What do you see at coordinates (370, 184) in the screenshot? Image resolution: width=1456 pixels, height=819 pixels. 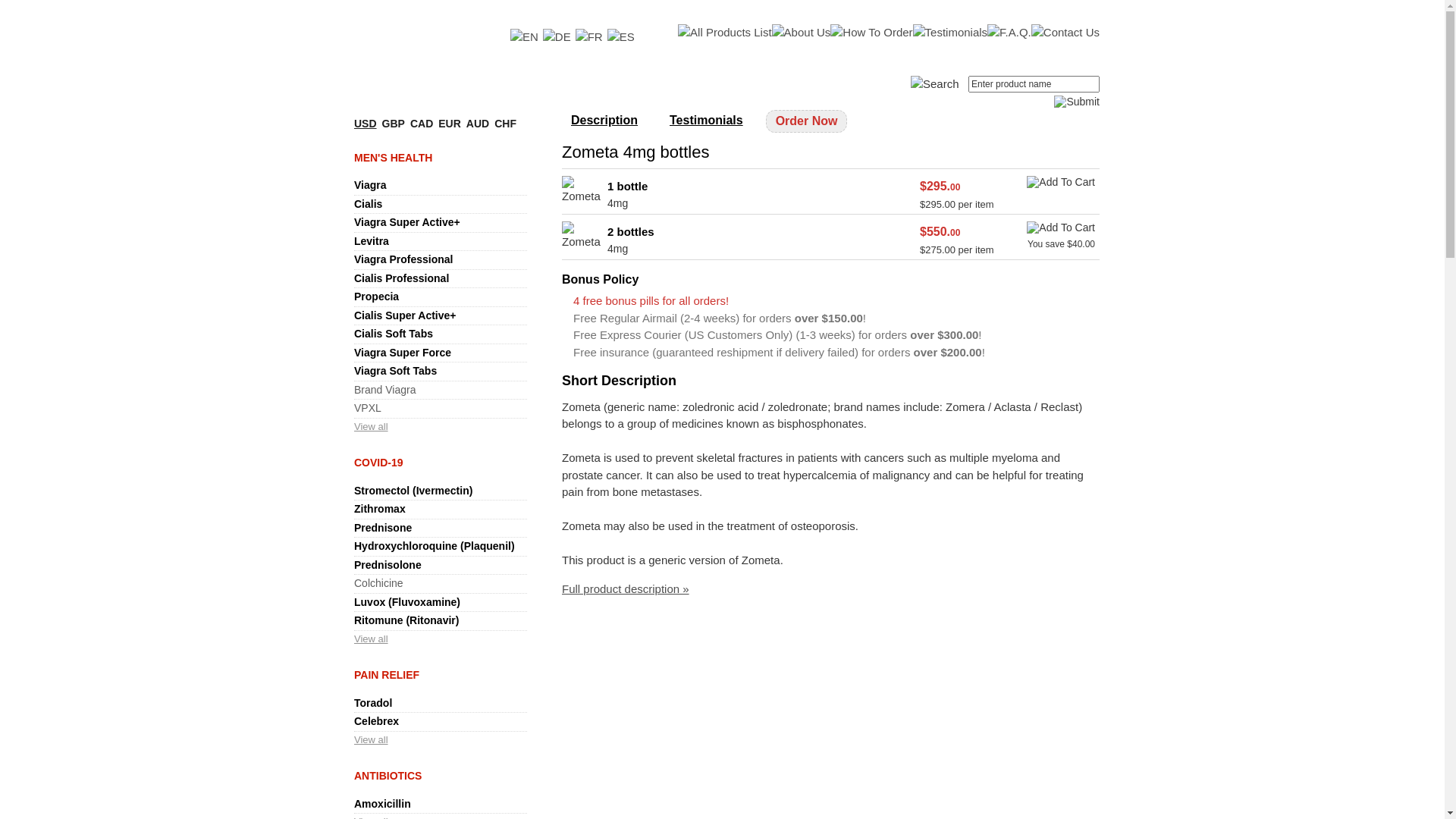 I see `'Viagra'` at bounding box center [370, 184].